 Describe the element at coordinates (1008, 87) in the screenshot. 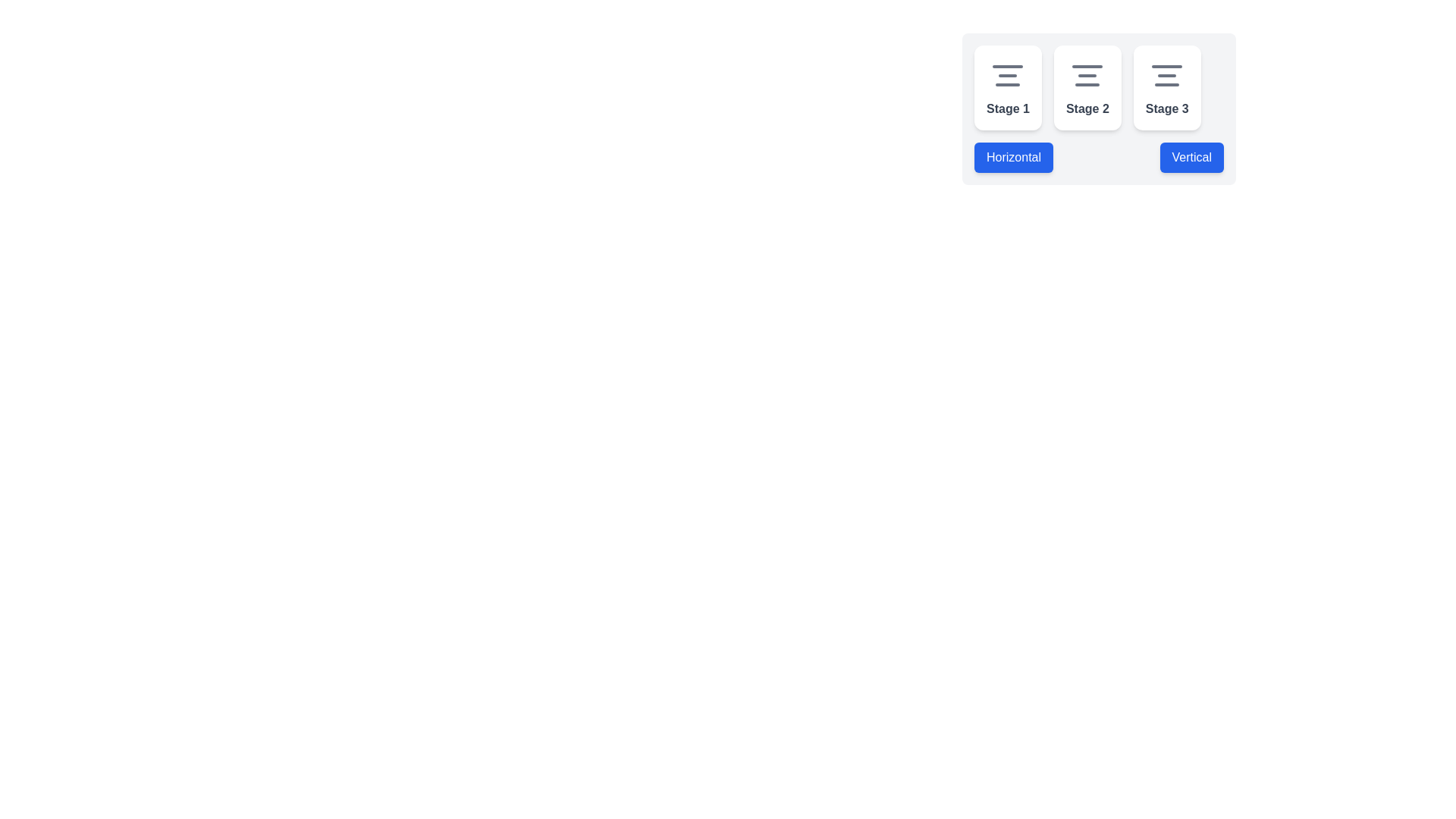

I see `the first Card component with rounded corners, containing the text 'Stage 1' in bold font and an icon of three horizontal lines above it` at that location.